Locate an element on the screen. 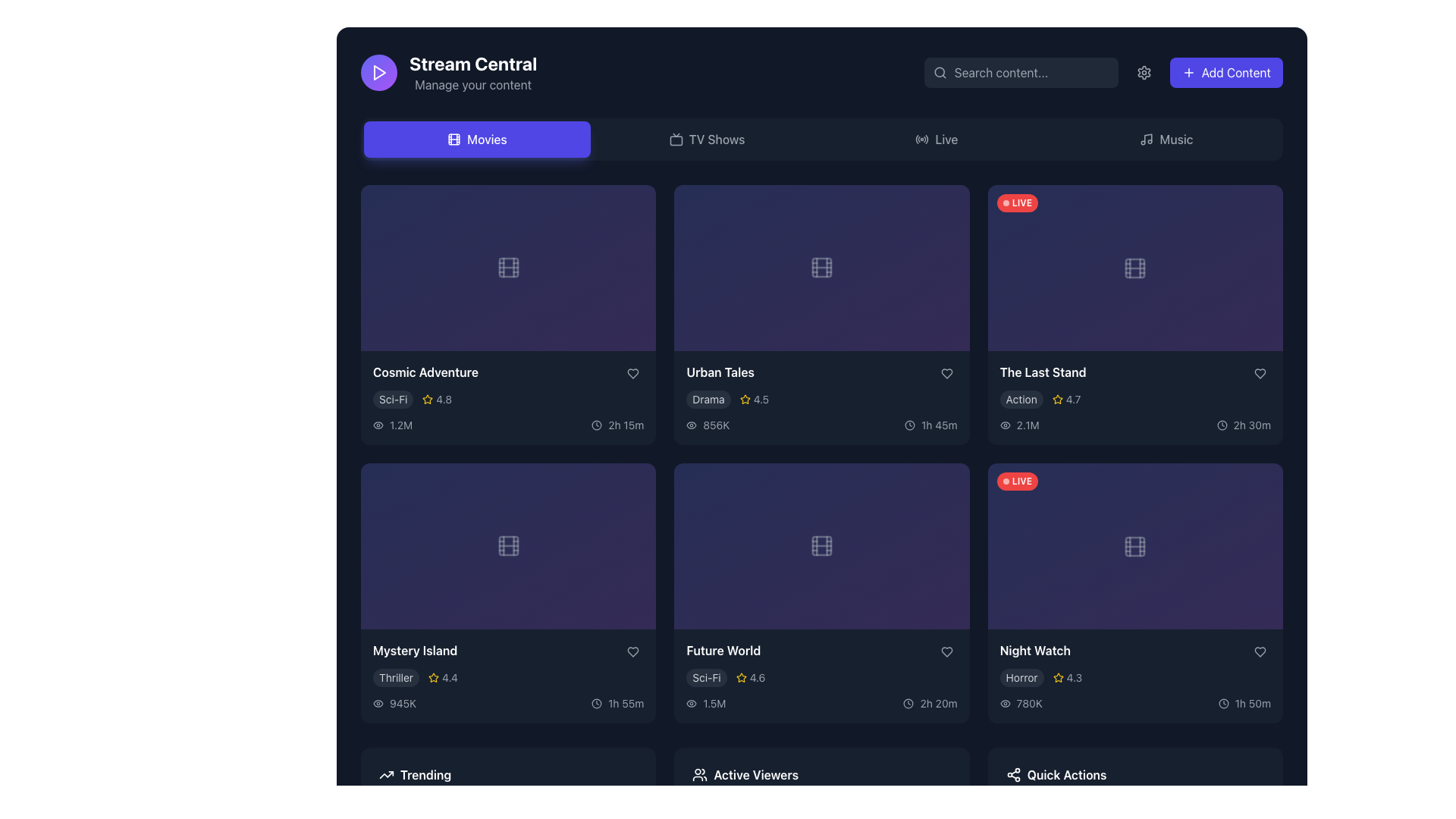 This screenshot has width=1456, height=819. the static text label displaying the title 'Future World' is located at coordinates (723, 649).